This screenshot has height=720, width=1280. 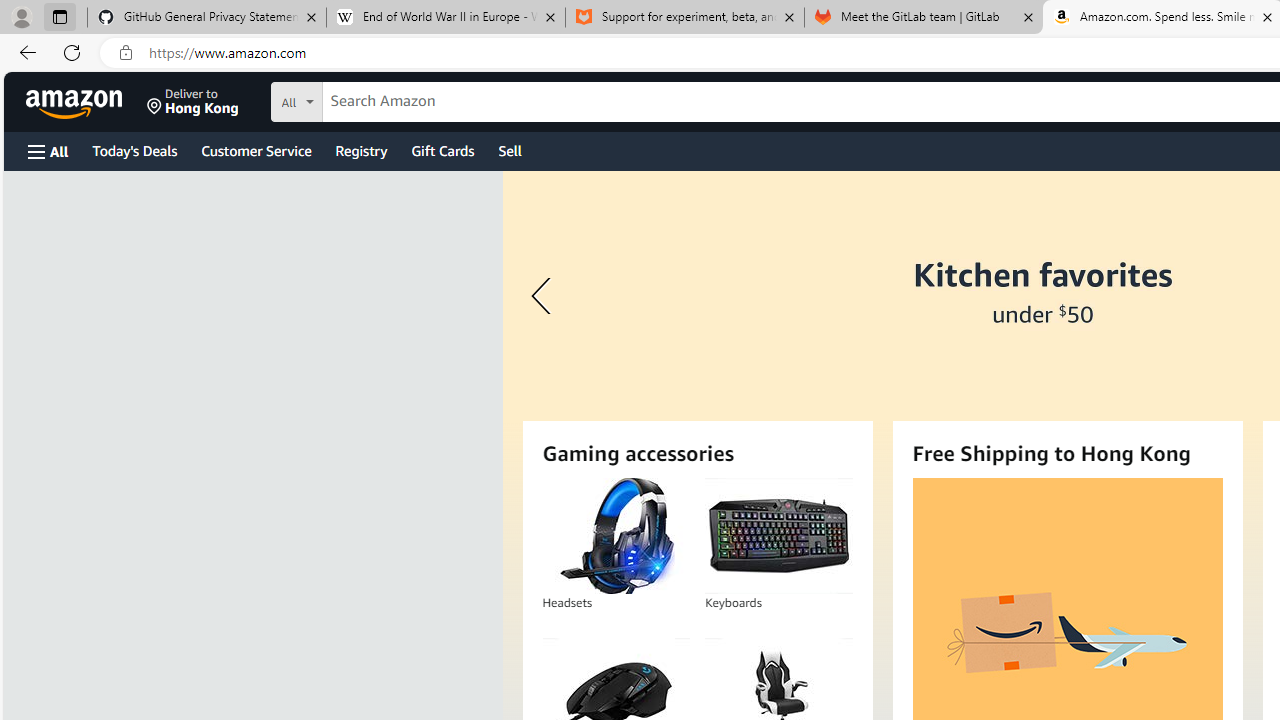 What do you see at coordinates (441, 149) in the screenshot?
I see `'Gift Cards'` at bounding box center [441, 149].